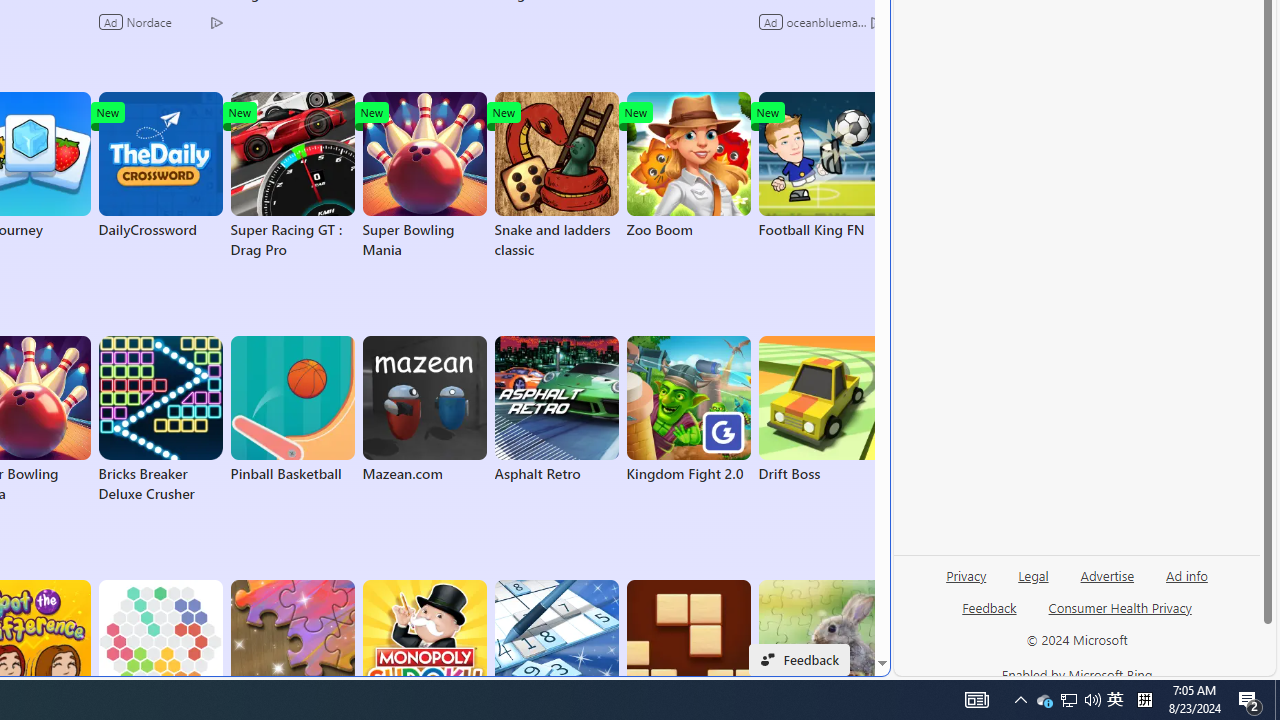  I want to click on 'Pinball Basketball', so click(291, 409).